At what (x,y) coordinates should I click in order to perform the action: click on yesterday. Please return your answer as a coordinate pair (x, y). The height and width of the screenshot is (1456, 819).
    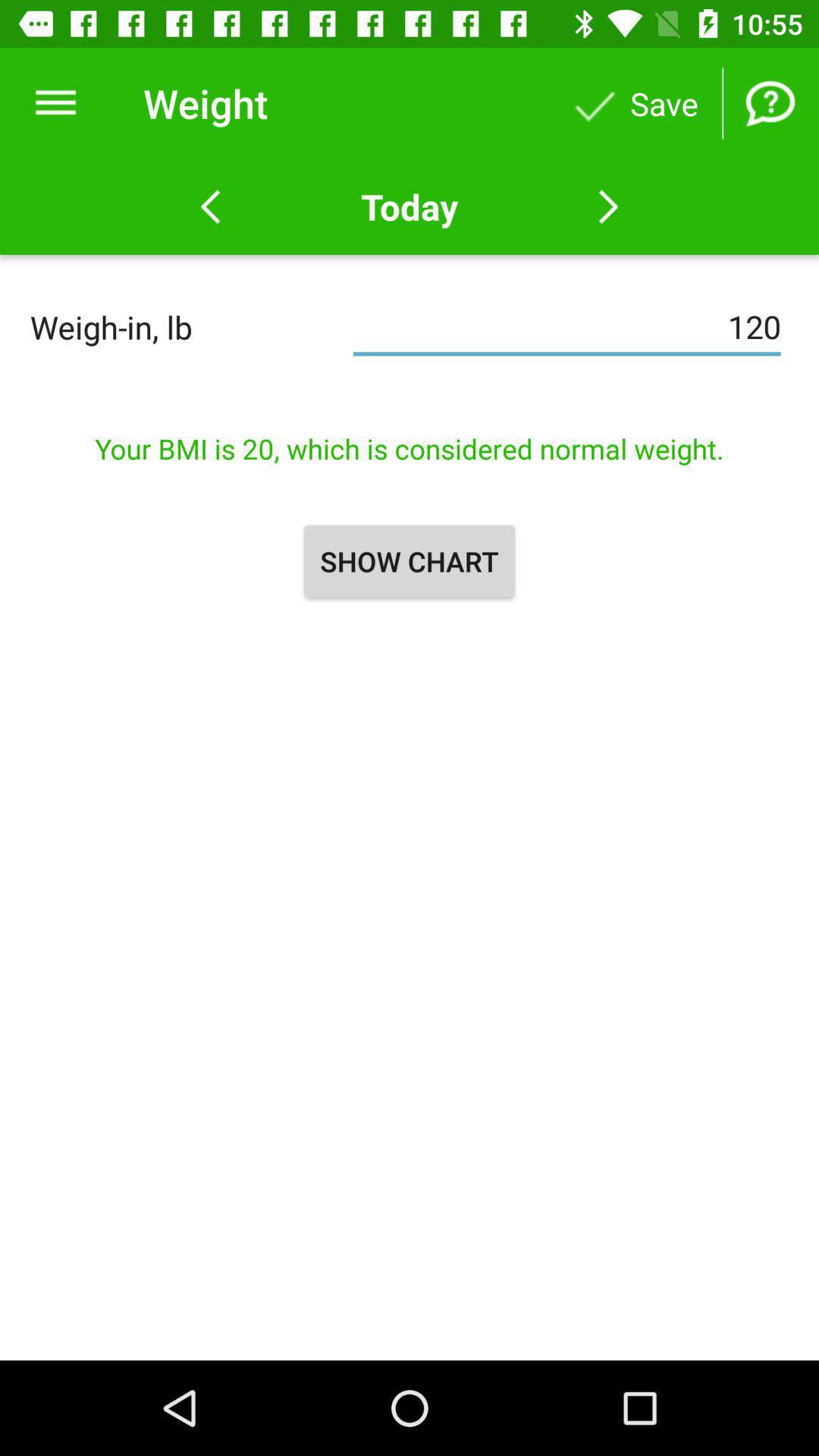
    Looking at the image, I should click on (210, 206).